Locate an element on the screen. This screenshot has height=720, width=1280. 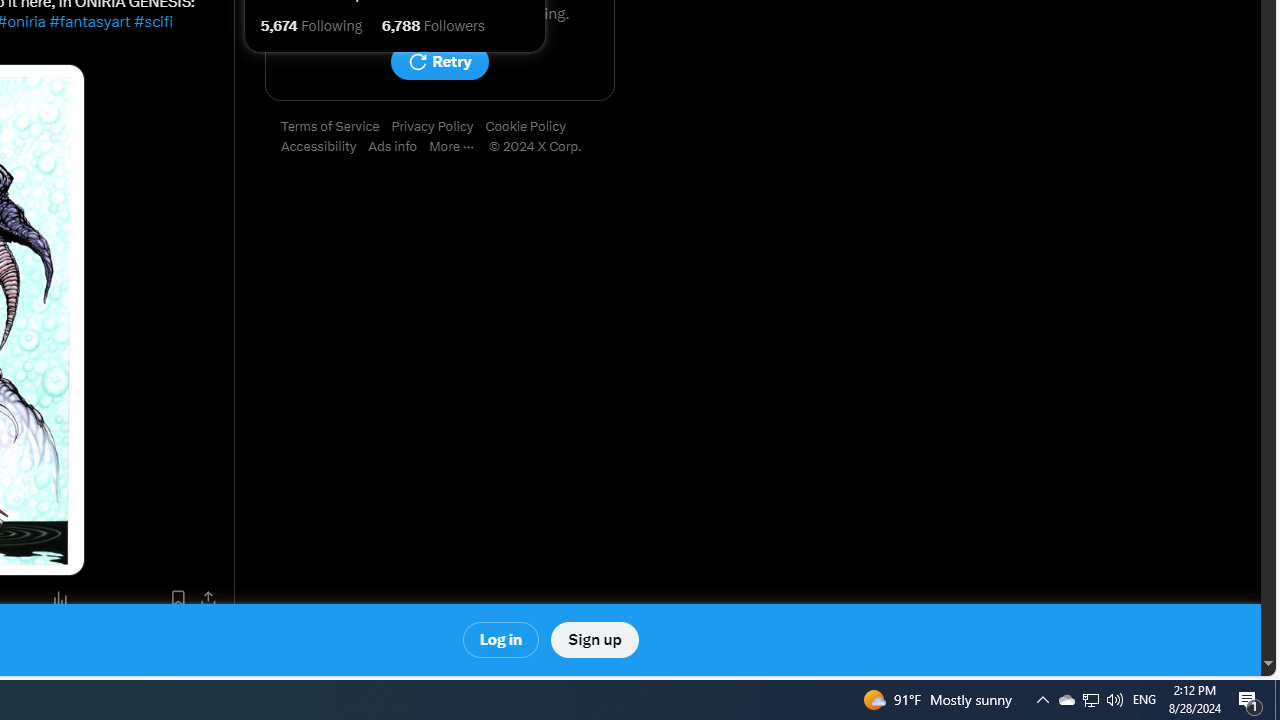
'Ads info' is located at coordinates (399, 146).